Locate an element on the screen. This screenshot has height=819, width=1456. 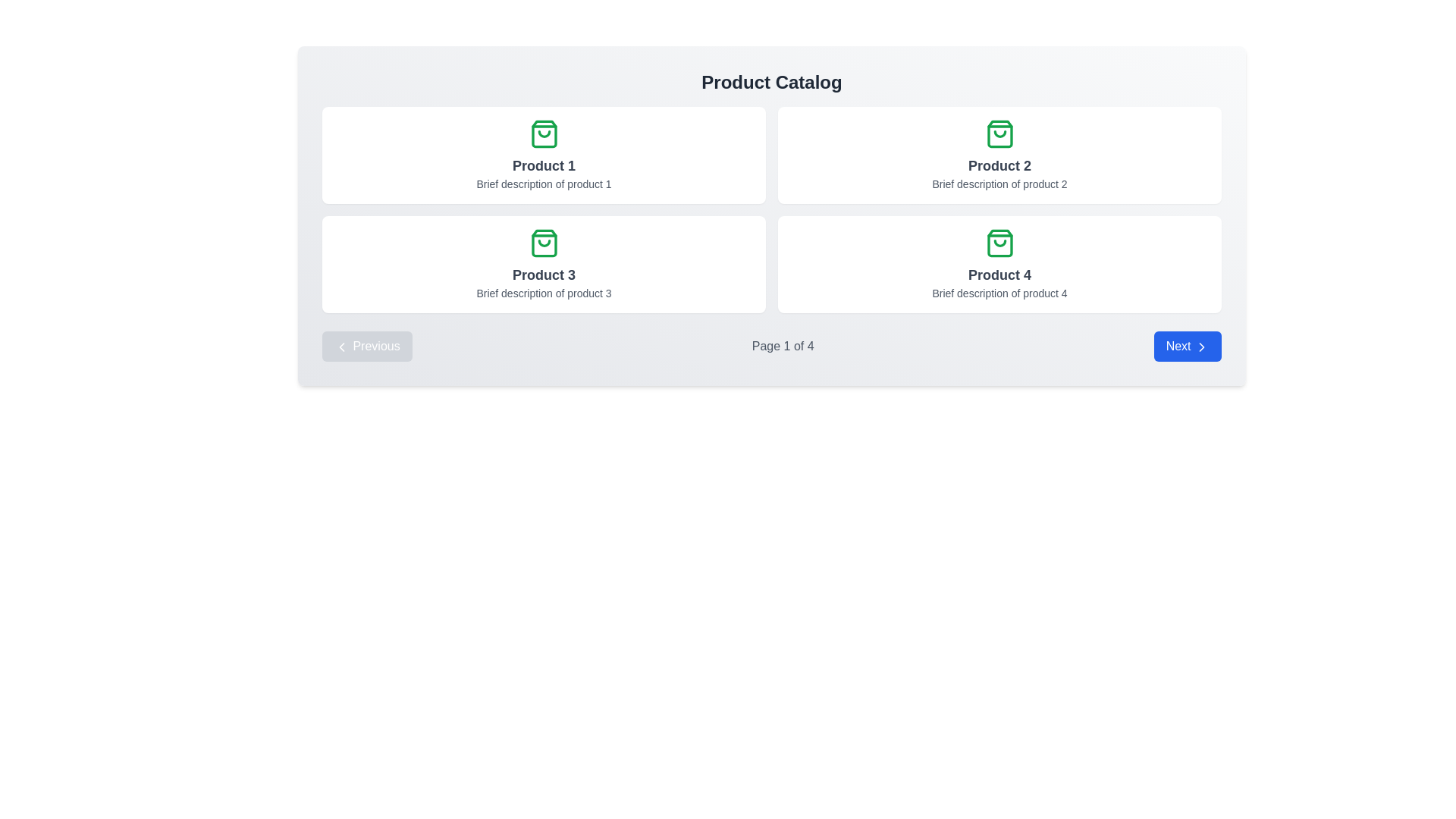
shopping bag icon component located at the bottom of the 'Product 4' card in the product grid layout for design details is located at coordinates (999, 242).